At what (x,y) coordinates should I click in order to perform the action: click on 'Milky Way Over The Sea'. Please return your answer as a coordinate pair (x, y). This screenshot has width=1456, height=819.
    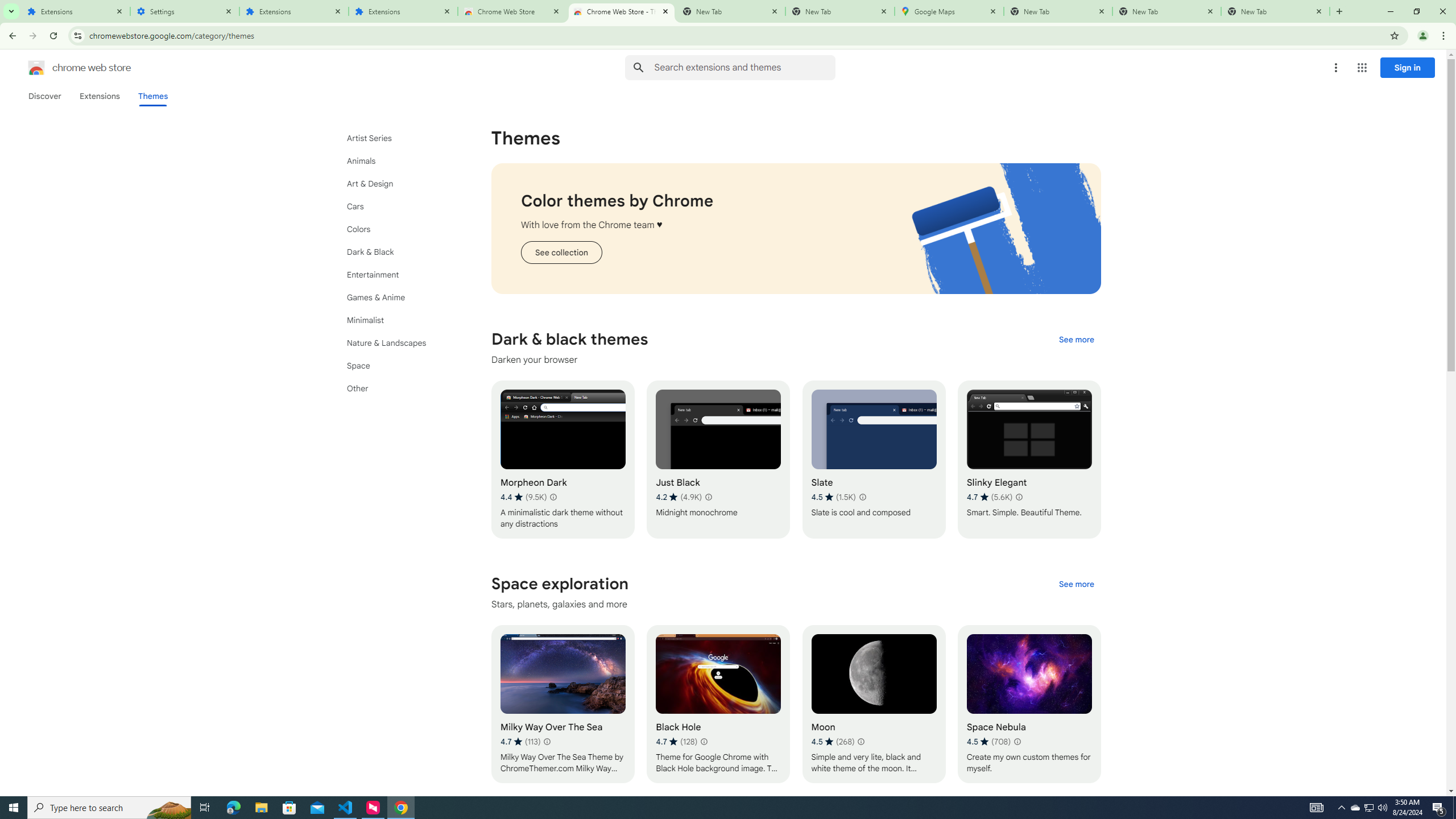
    Looking at the image, I should click on (562, 704).